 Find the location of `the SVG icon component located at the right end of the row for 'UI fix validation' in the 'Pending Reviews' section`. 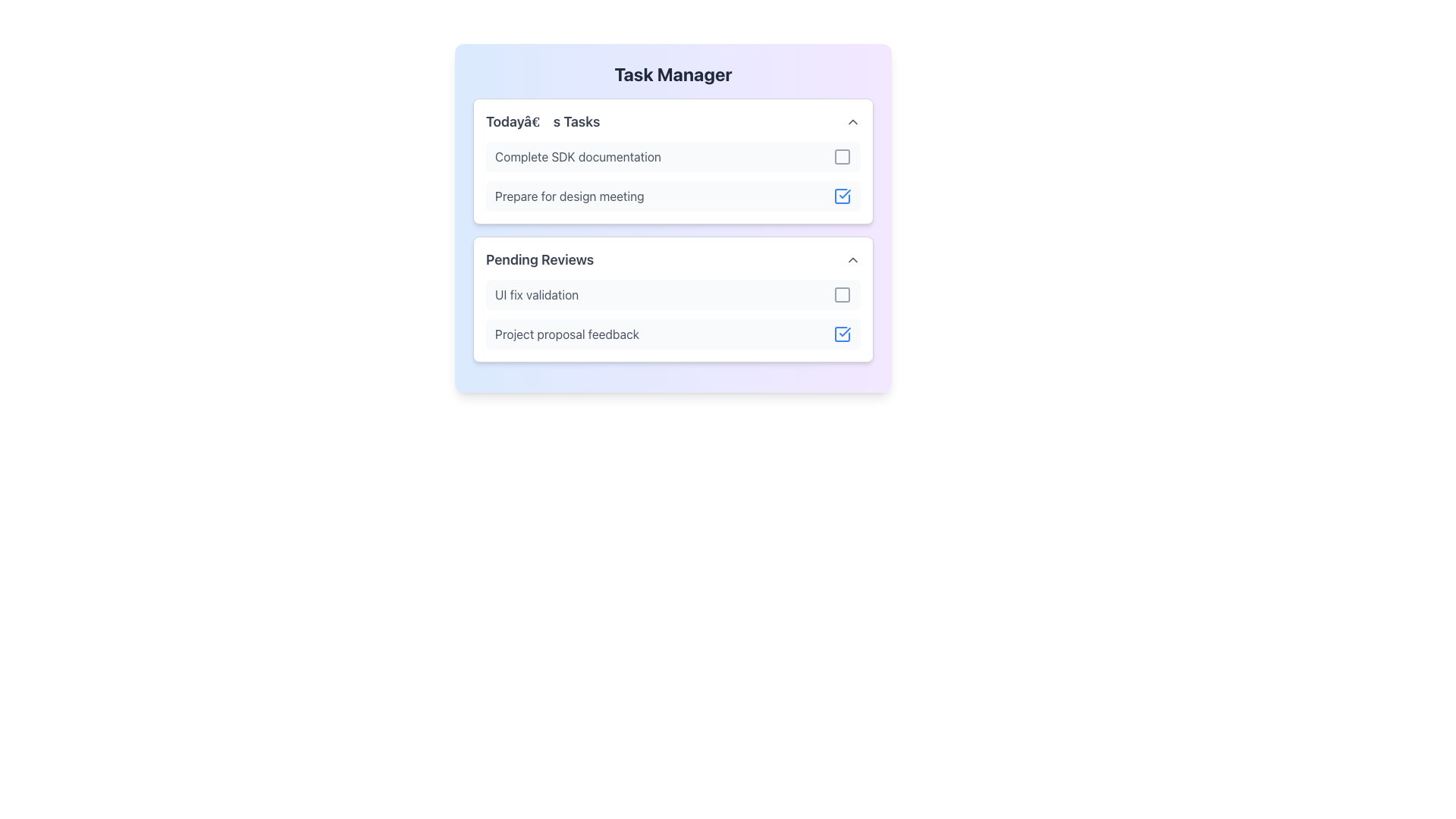

the SVG icon component located at the right end of the row for 'UI fix validation' in the 'Pending Reviews' section is located at coordinates (841, 295).